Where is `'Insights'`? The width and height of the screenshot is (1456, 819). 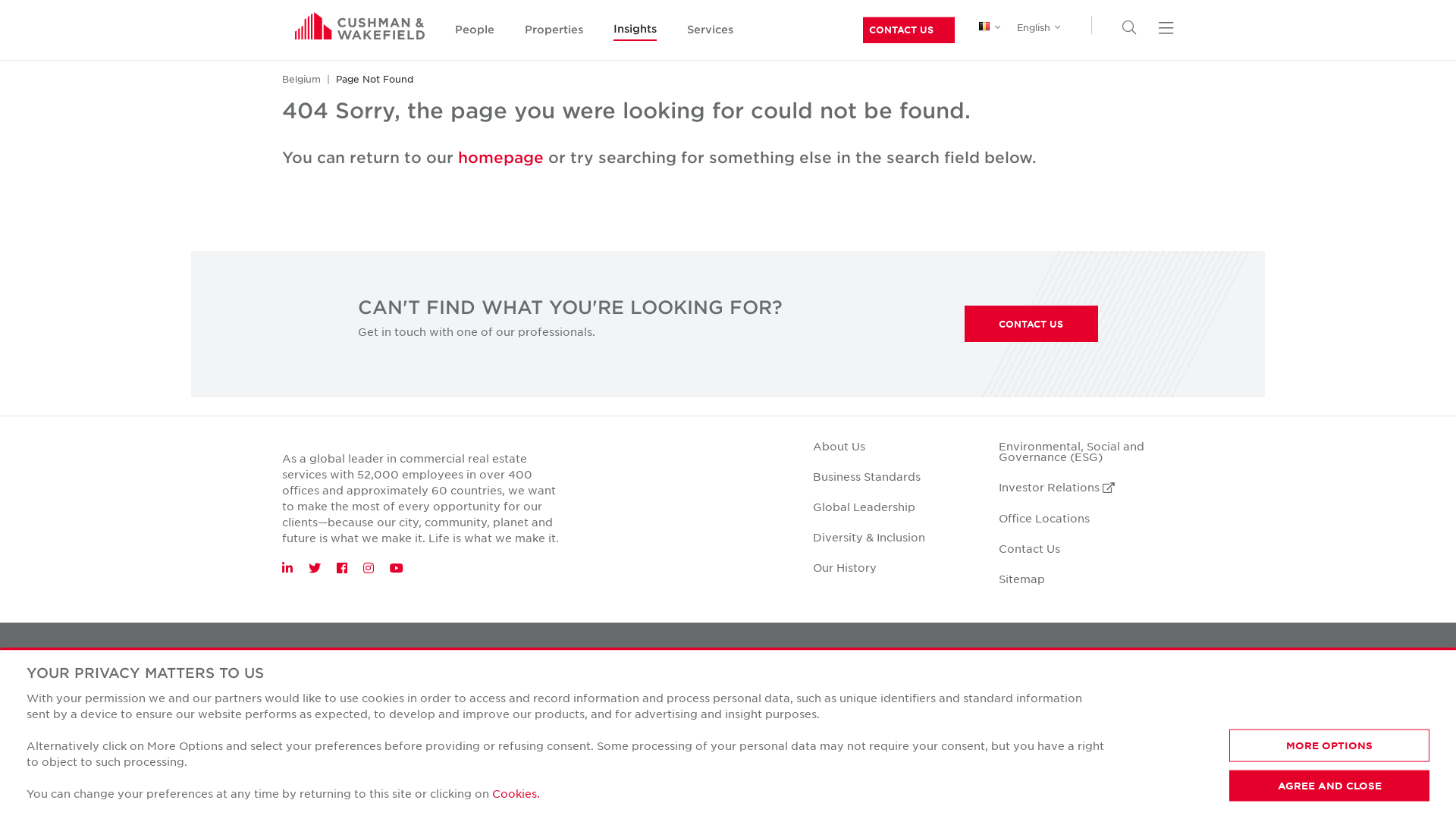
'Insights' is located at coordinates (613, 30).